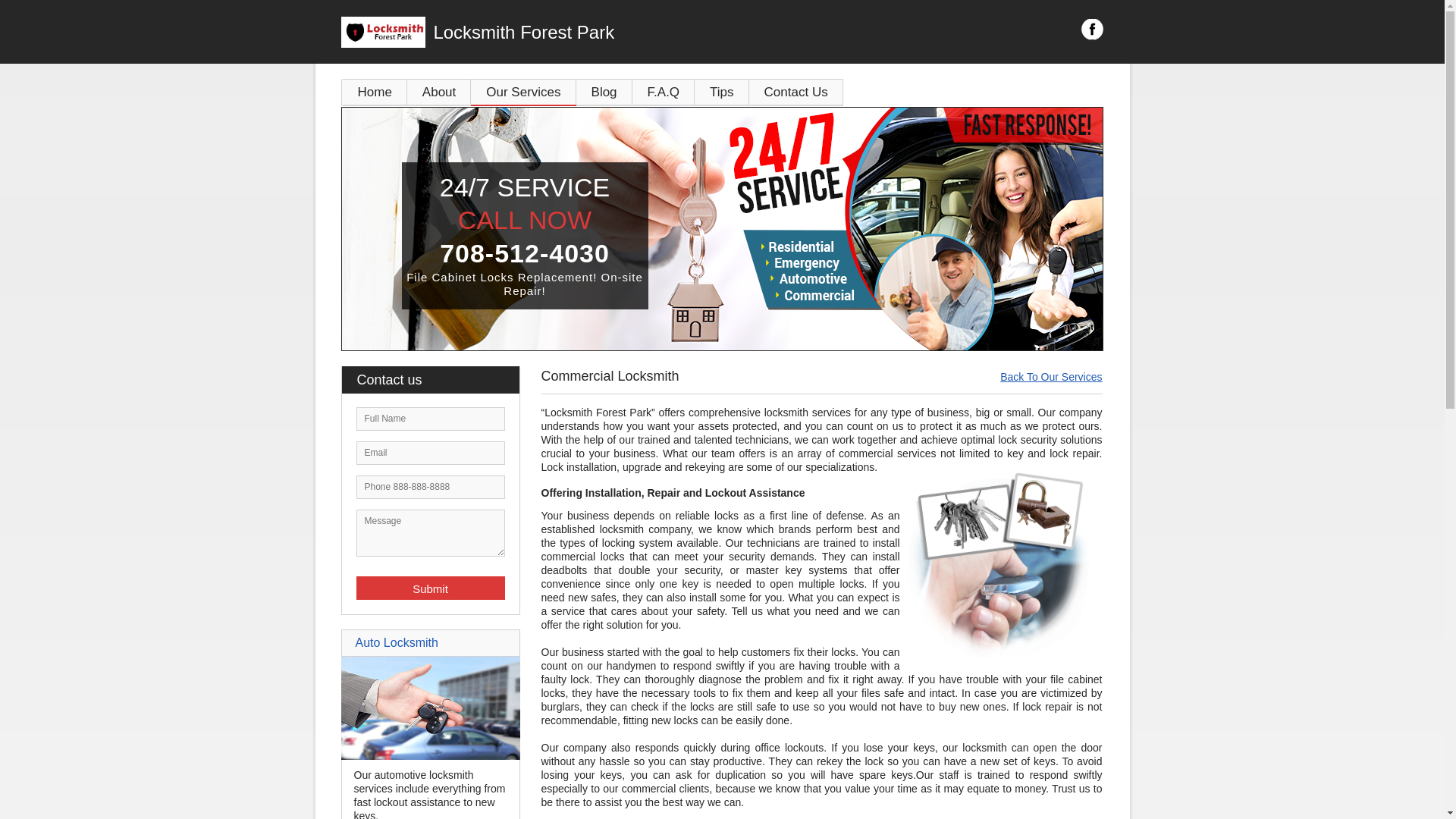  What do you see at coordinates (523, 92) in the screenshot?
I see `'Our Services'` at bounding box center [523, 92].